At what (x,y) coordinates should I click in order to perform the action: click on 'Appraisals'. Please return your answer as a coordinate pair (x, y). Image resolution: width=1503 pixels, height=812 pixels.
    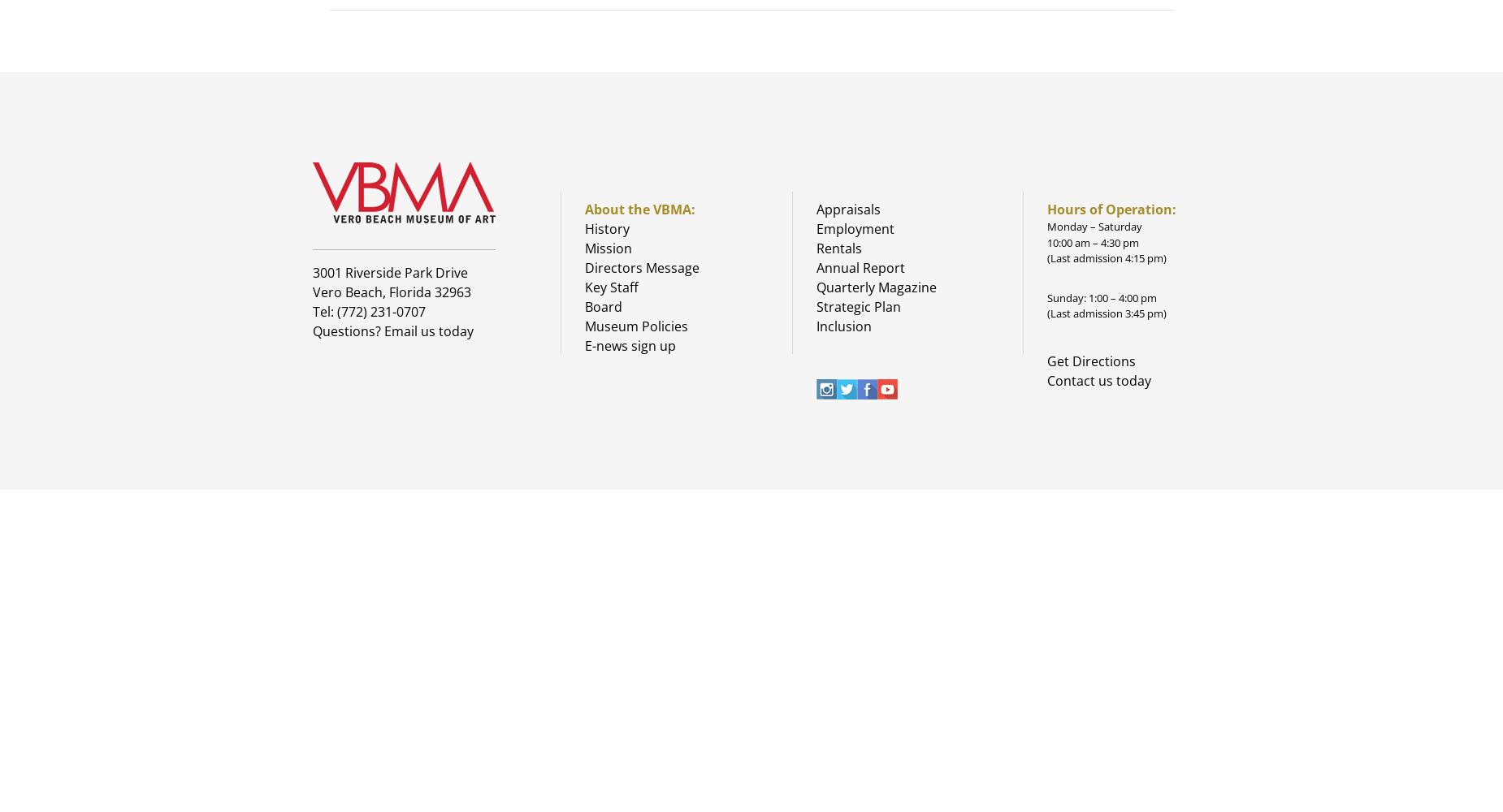
    Looking at the image, I should click on (847, 209).